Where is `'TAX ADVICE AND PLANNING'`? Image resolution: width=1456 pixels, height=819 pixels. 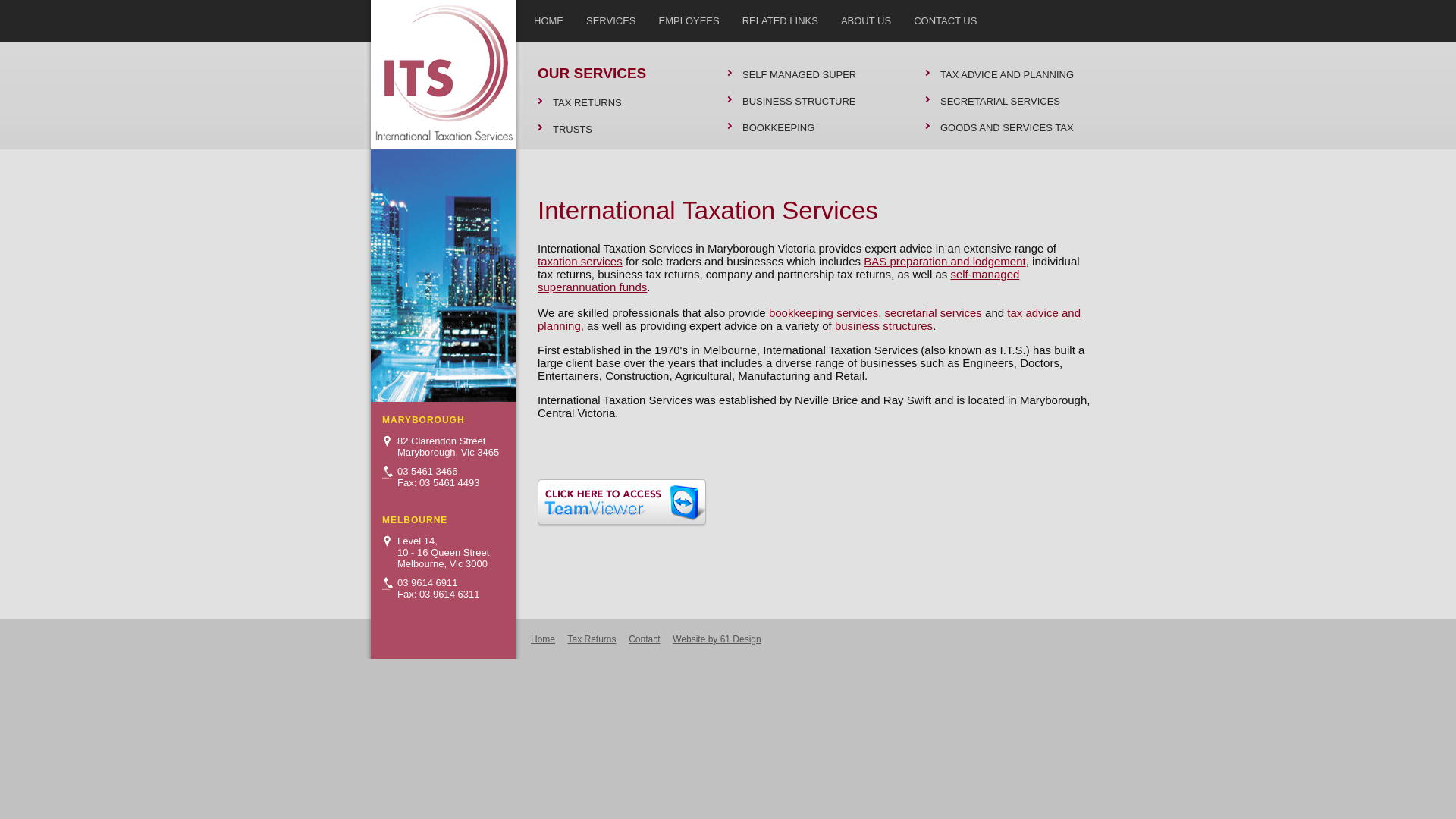 'TAX ADVICE AND PLANNING' is located at coordinates (924, 74).